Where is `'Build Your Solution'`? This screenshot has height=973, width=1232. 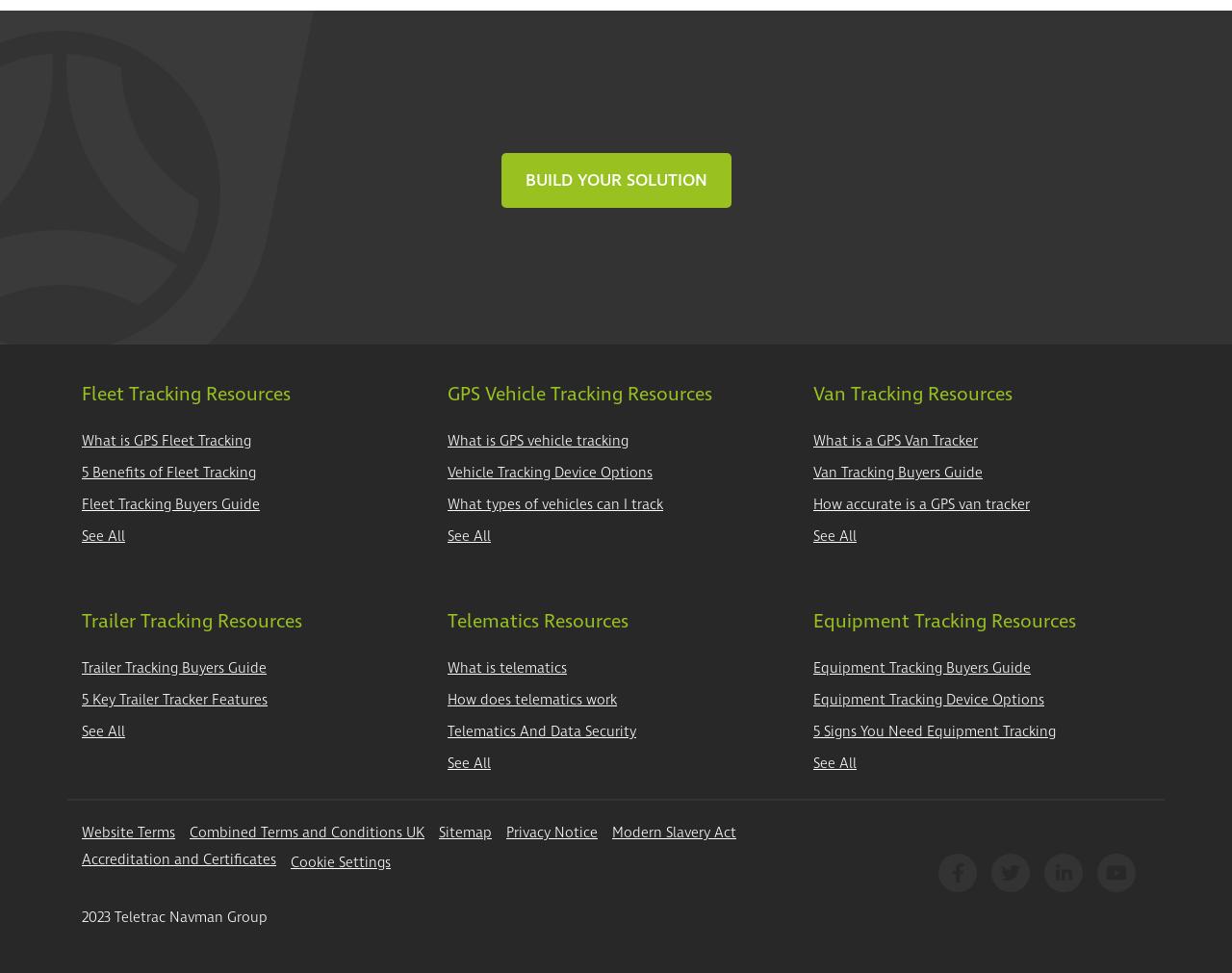 'Build Your Solution' is located at coordinates (614, 179).